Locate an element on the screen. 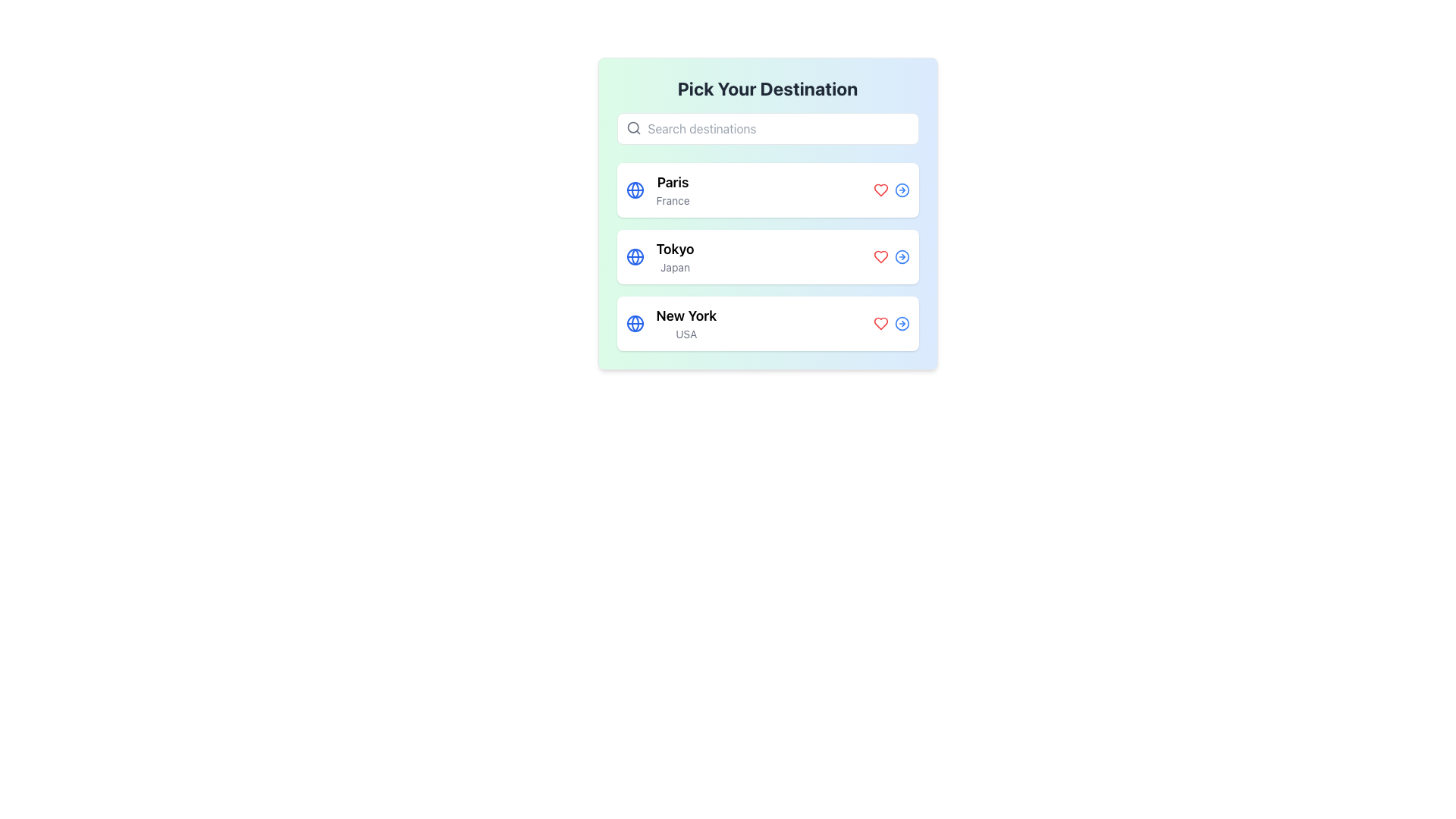 The height and width of the screenshot is (819, 1456). the red heart icon button located in the Paris destination card is located at coordinates (880, 189).